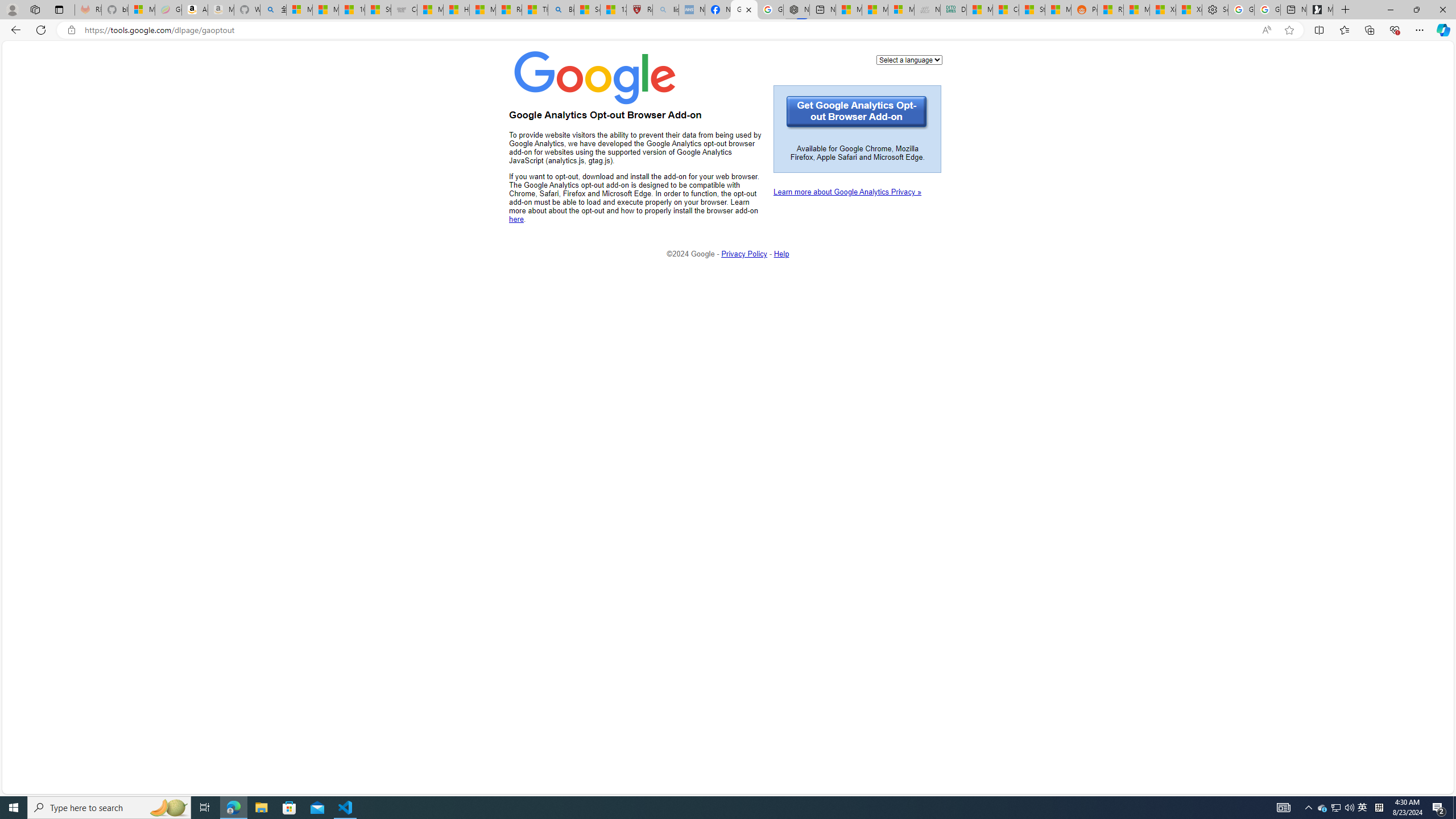 This screenshot has width=1456, height=819. What do you see at coordinates (857, 113) in the screenshot?
I see `'Get Google Analytics Opt-out Browser Add-on'` at bounding box center [857, 113].